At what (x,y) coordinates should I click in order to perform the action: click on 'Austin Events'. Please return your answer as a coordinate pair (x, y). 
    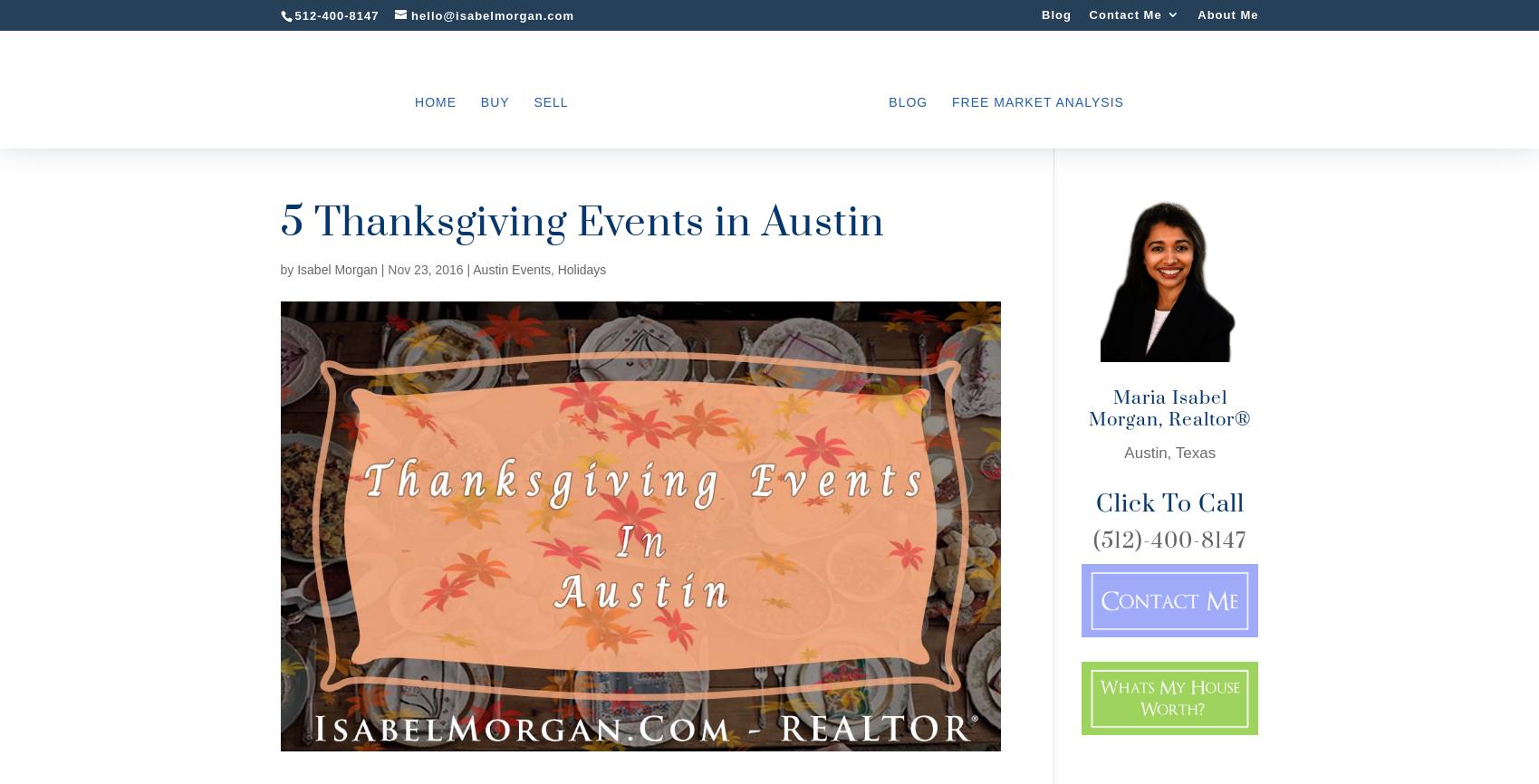
    Looking at the image, I should click on (510, 268).